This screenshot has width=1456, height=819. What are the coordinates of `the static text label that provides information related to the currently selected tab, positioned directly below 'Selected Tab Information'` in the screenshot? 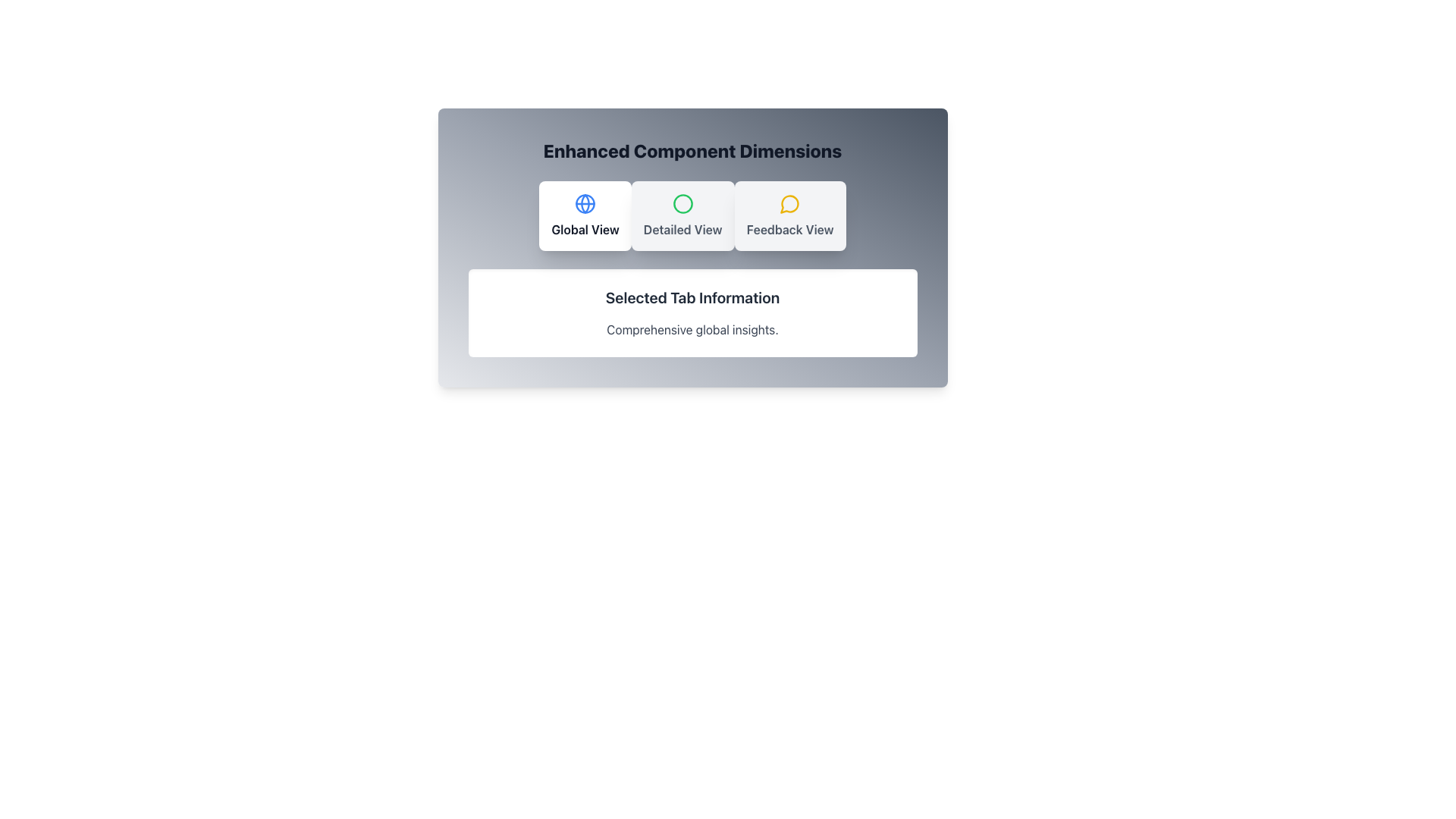 It's located at (692, 329).